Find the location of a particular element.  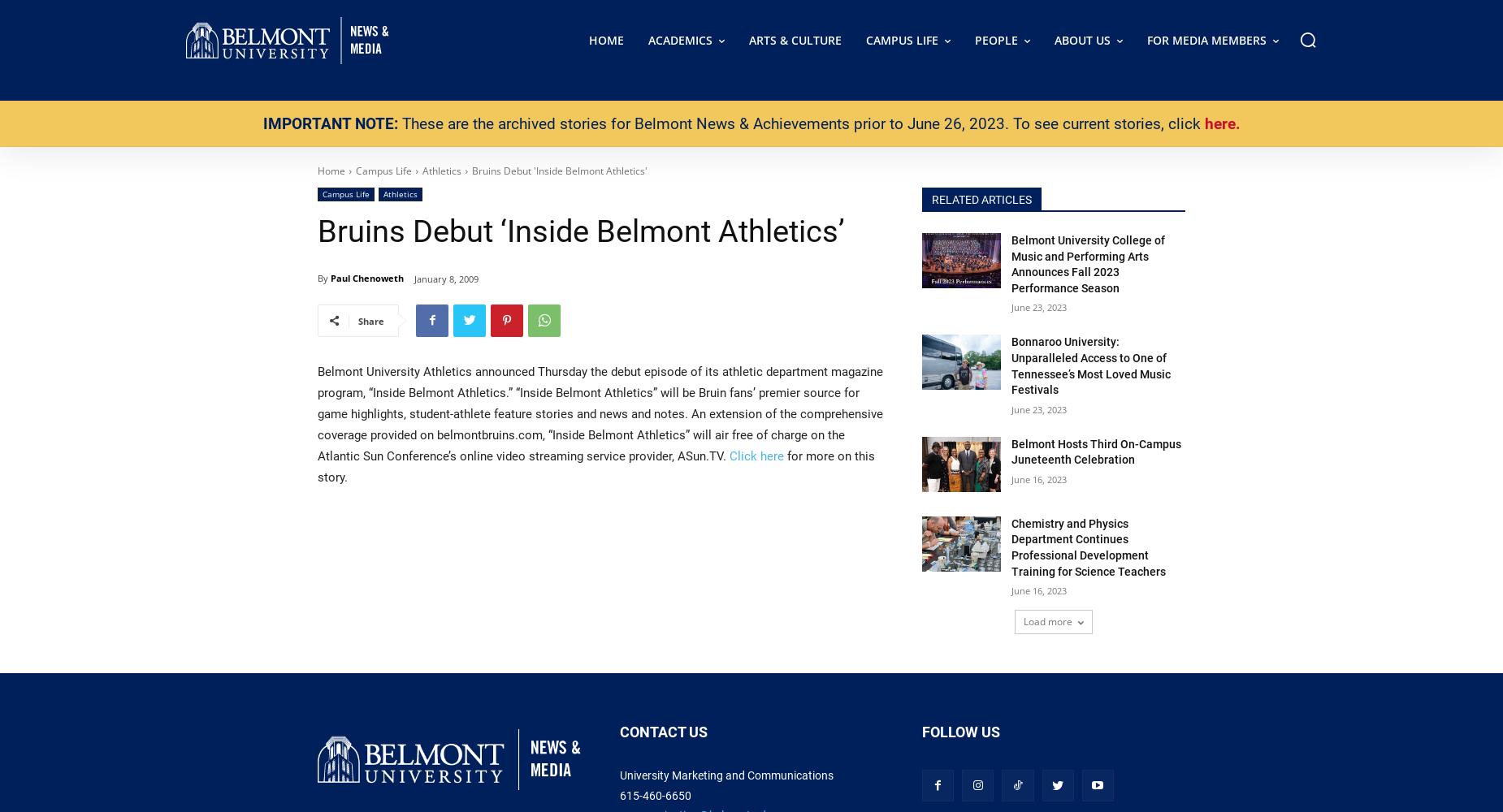

'People' is located at coordinates (973, 40).